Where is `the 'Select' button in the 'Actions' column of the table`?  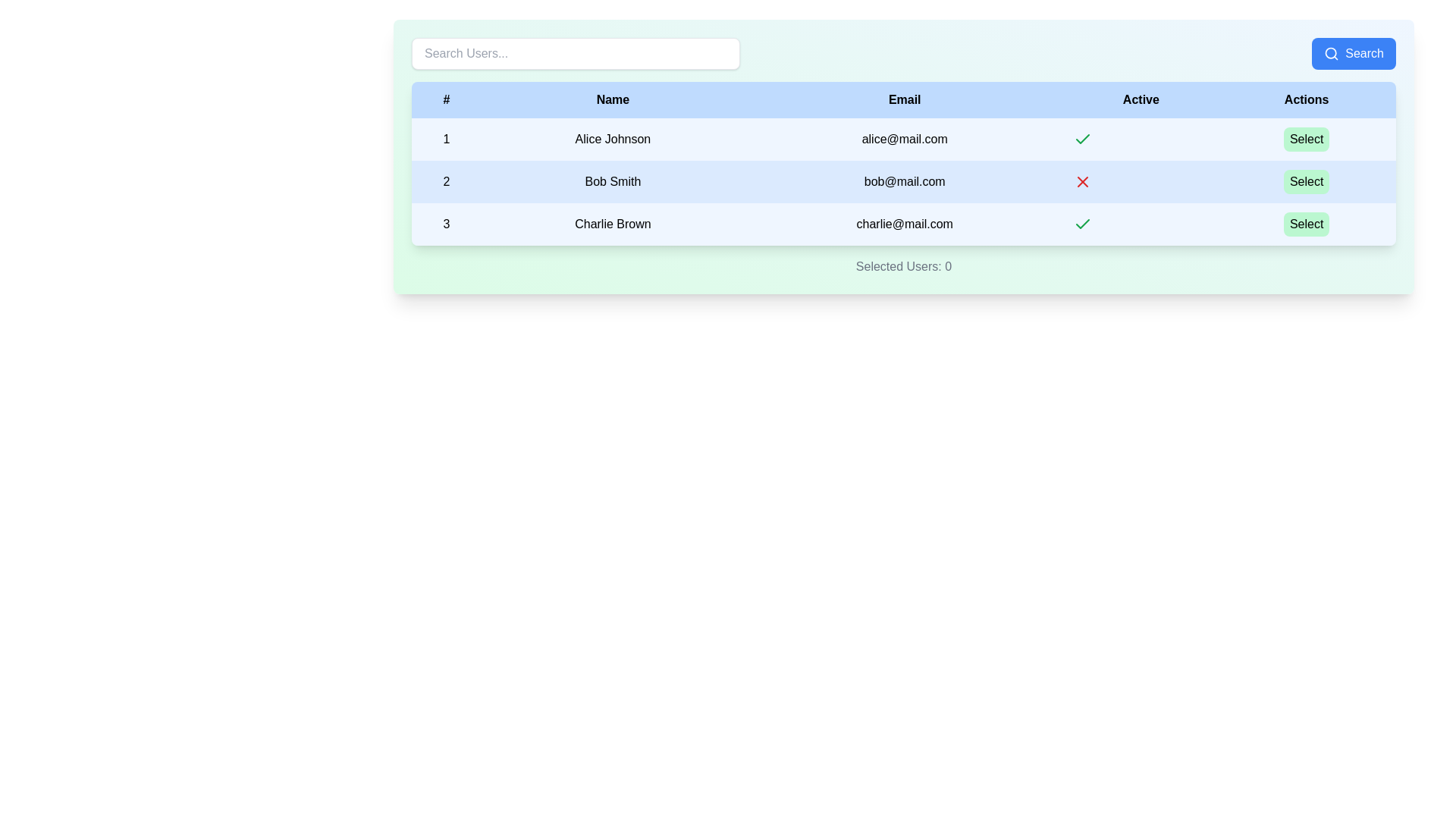 the 'Select' button in the 'Actions' column of the table is located at coordinates (1306, 180).